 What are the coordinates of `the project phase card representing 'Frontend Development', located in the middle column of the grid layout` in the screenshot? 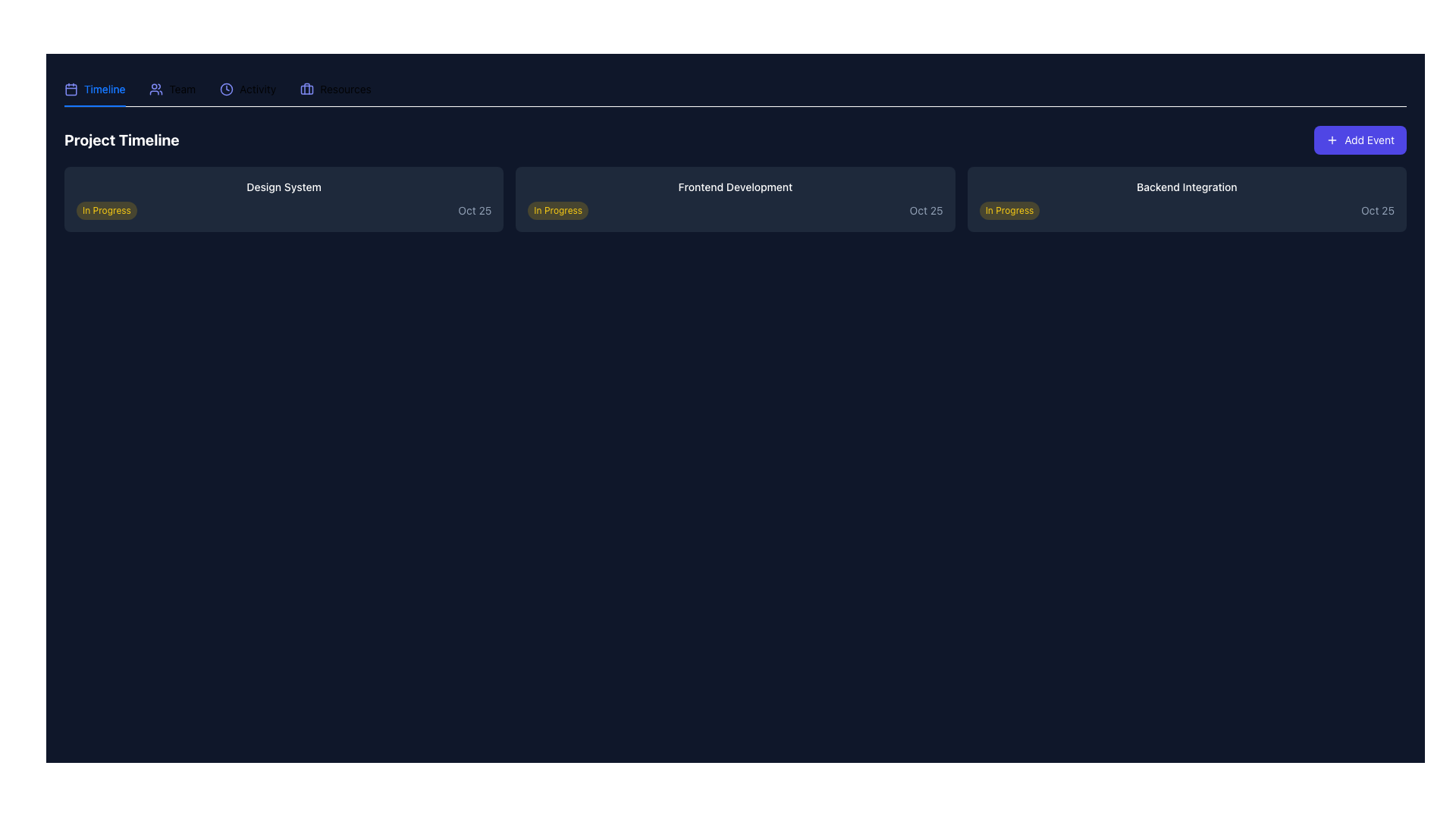 It's located at (735, 198).